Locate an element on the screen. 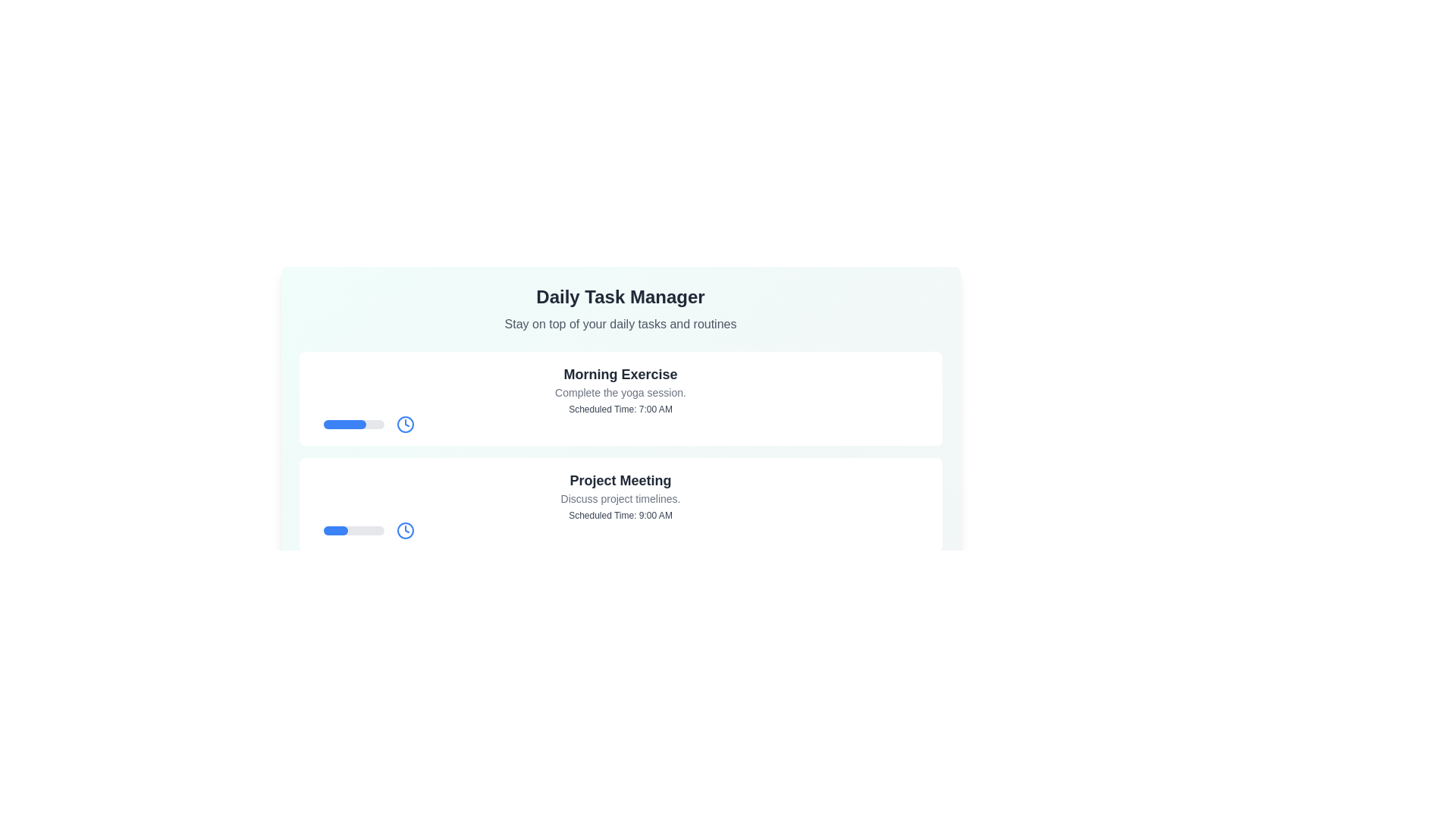 This screenshot has height=819, width=1456. information displayed in the text component for the task entry located below 'Daily Task Manager', specifically the second entry after 'Morning Exercise' is located at coordinates (620, 496).